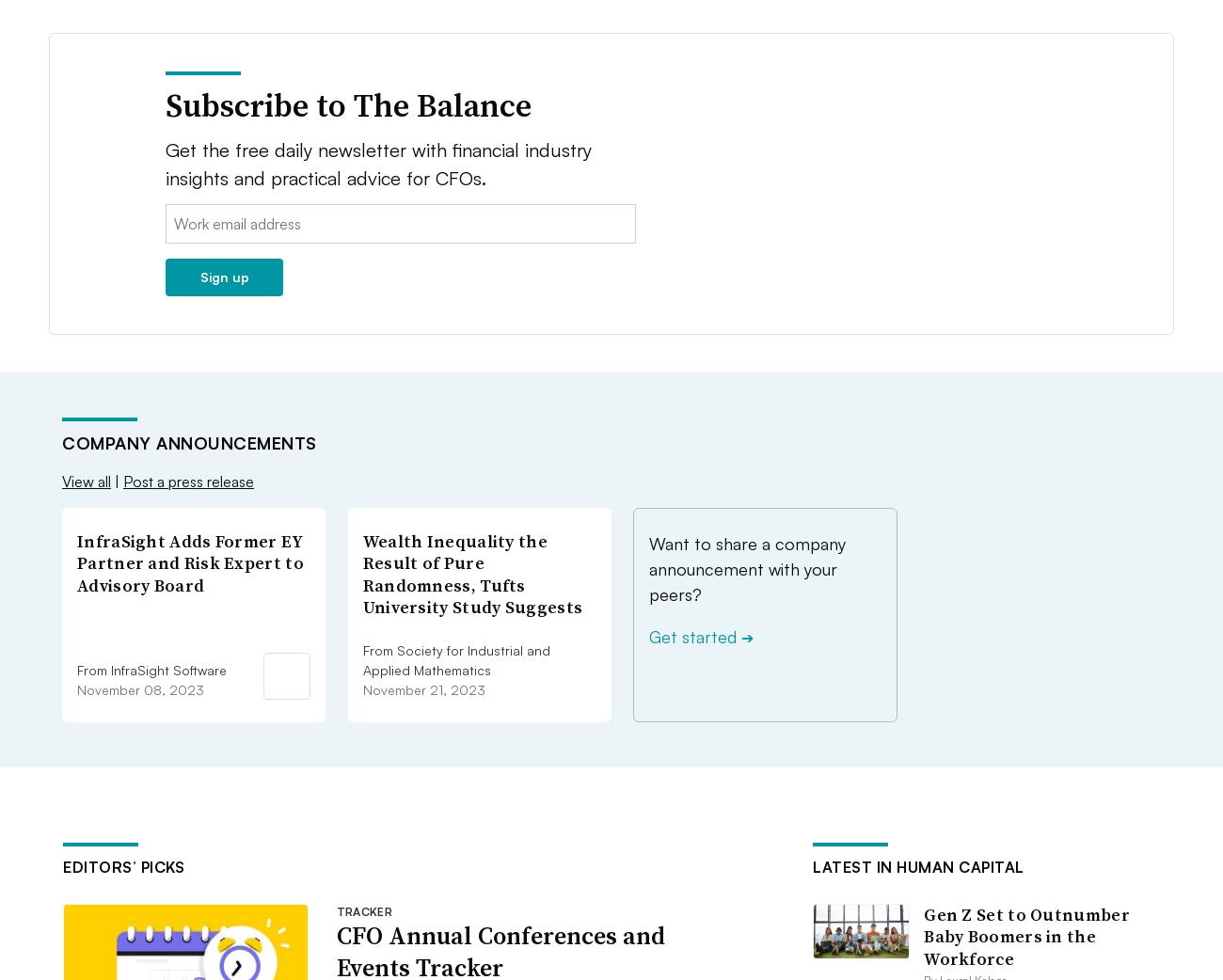 The image size is (1223, 980). I want to click on 'InfraSight Adds Former EY Partner and Risk Expert to Advisory Board', so click(190, 561).